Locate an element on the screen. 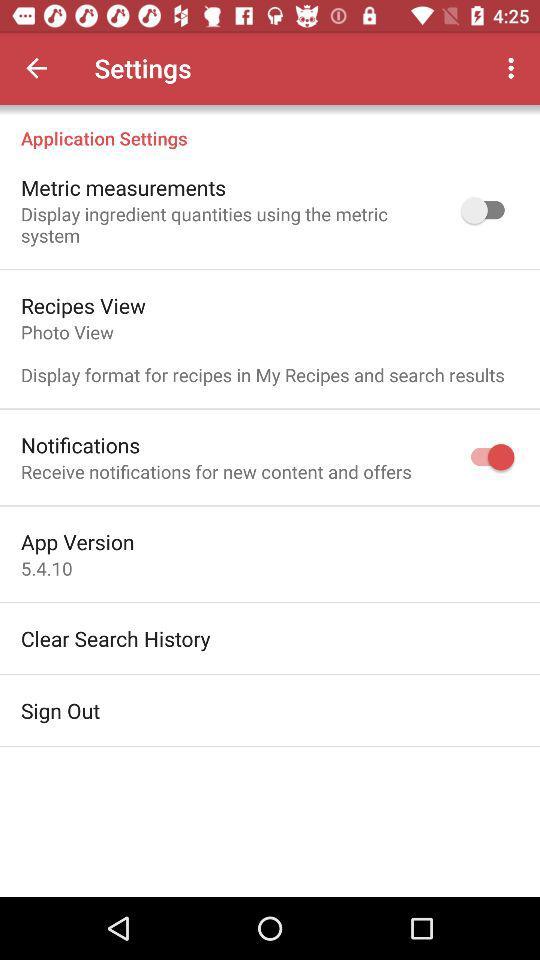 This screenshot has height=960, width=540. receive notifications for icon is located at coordinates (215, 471).